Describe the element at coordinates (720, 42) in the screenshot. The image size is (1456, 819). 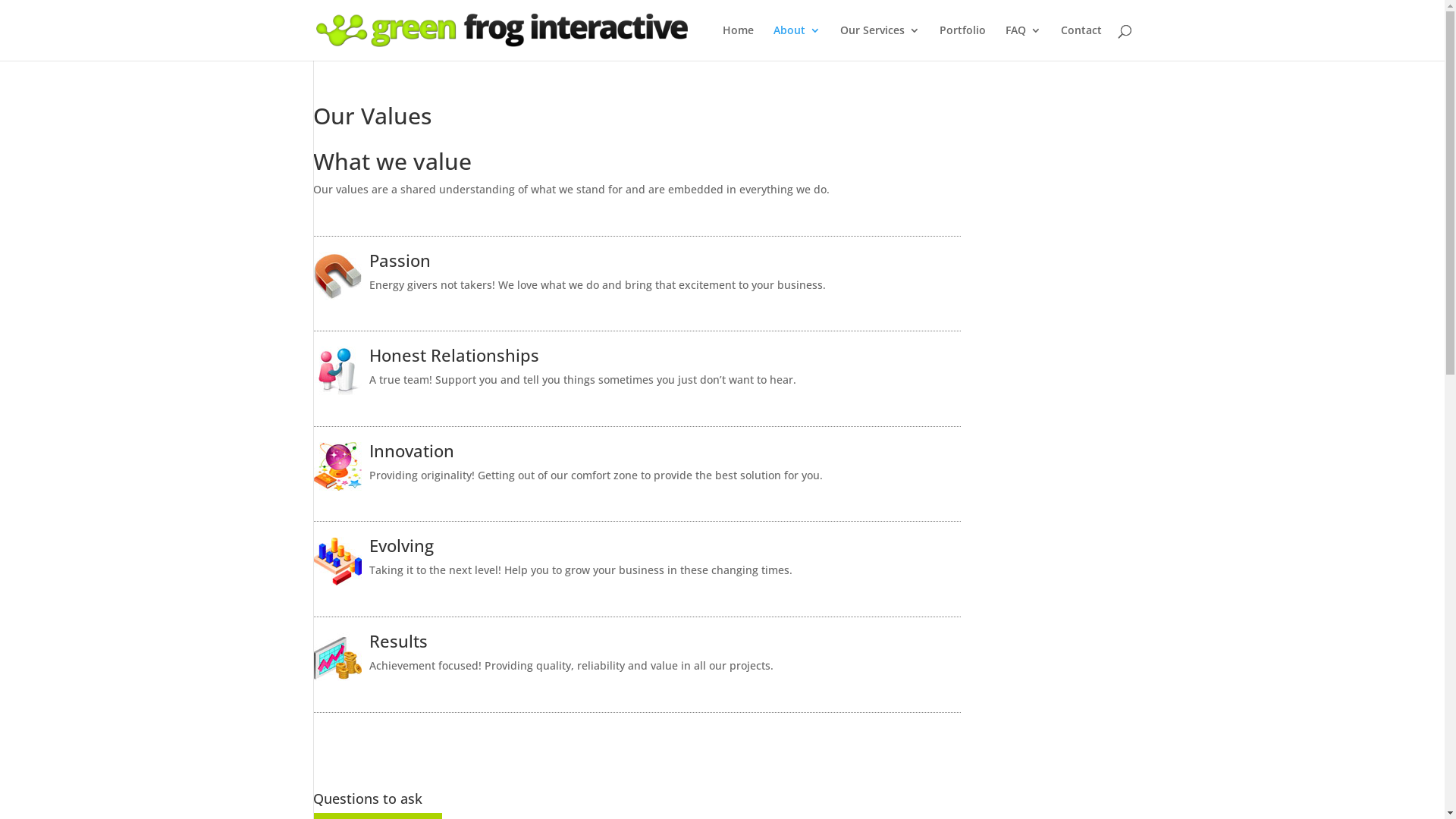
I see `'Home'` at that location.